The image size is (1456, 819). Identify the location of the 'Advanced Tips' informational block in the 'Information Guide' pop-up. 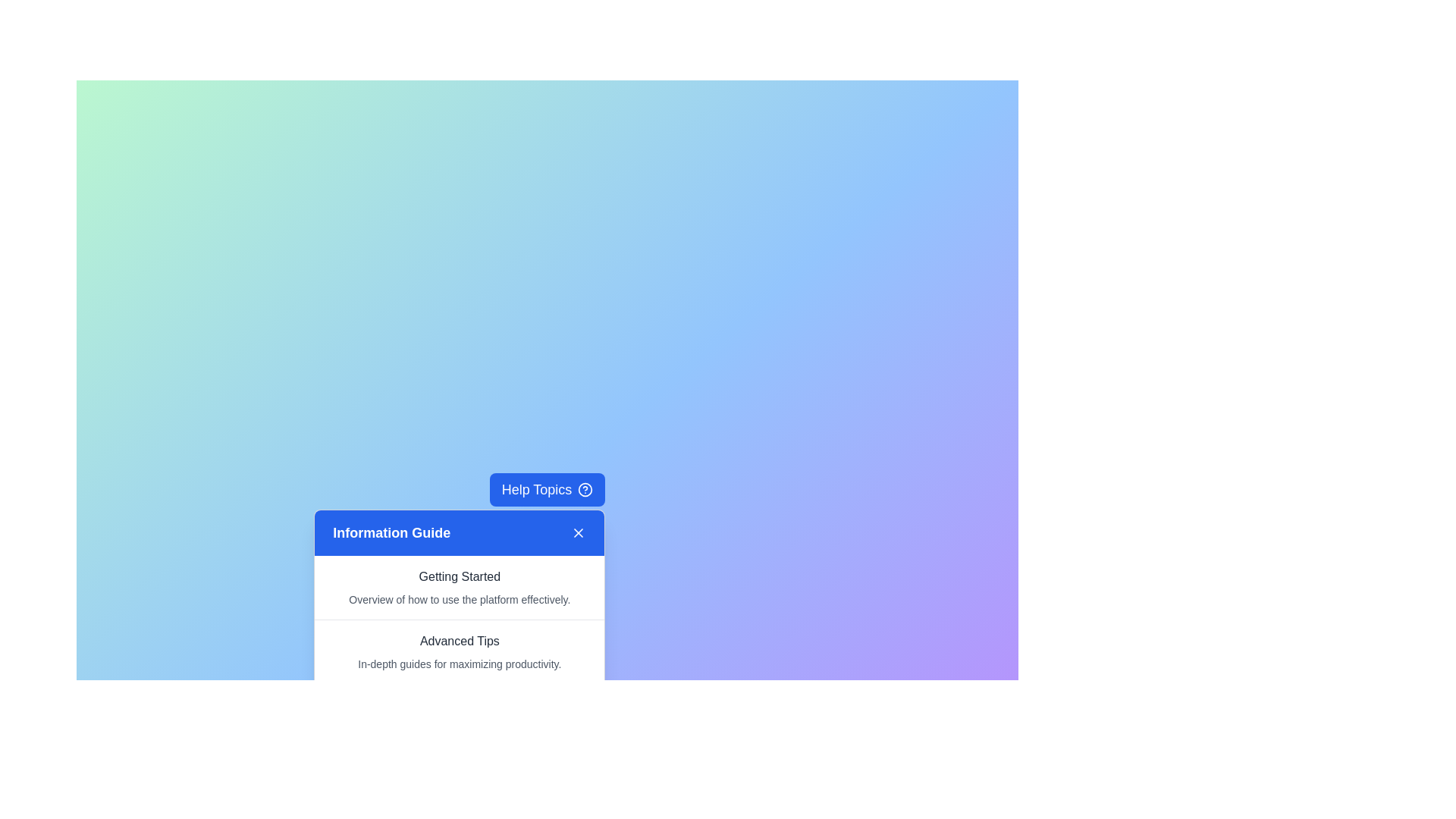
(459, 651).